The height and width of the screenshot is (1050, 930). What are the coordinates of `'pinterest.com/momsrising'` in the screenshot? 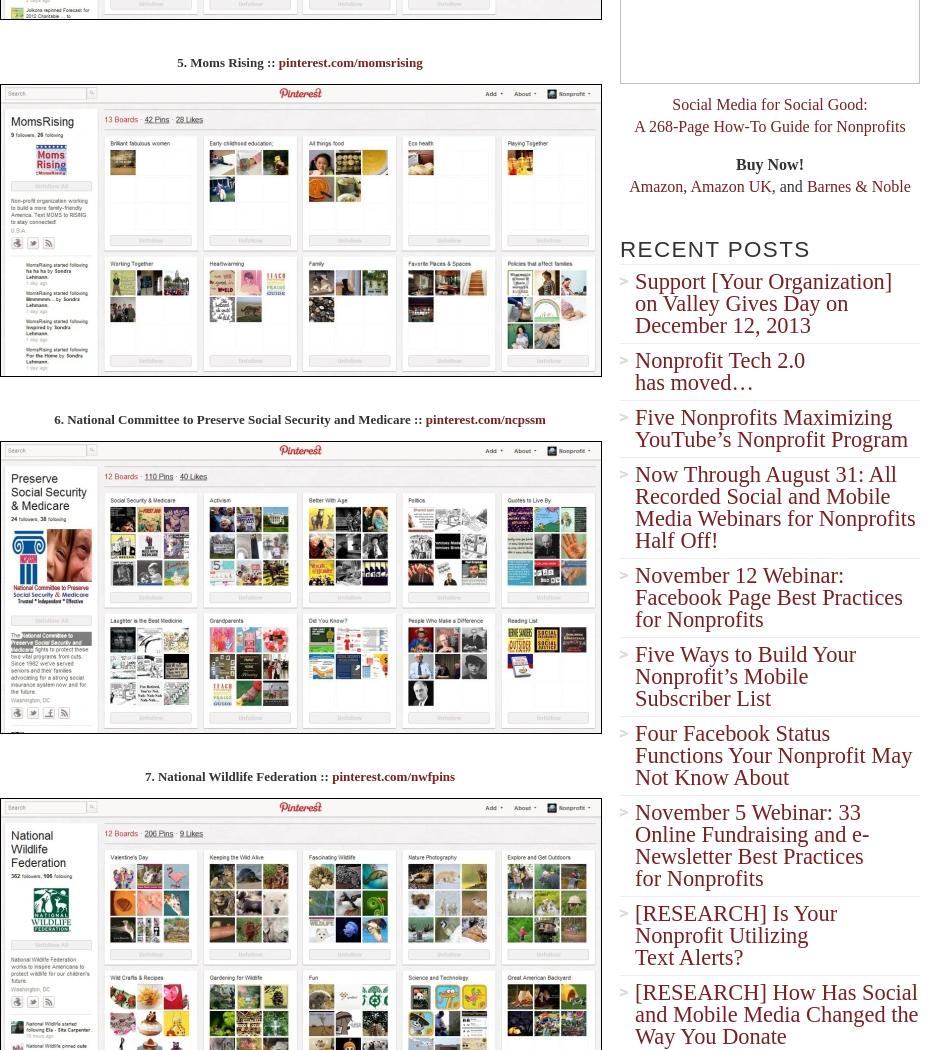 It's located at (348, 60).